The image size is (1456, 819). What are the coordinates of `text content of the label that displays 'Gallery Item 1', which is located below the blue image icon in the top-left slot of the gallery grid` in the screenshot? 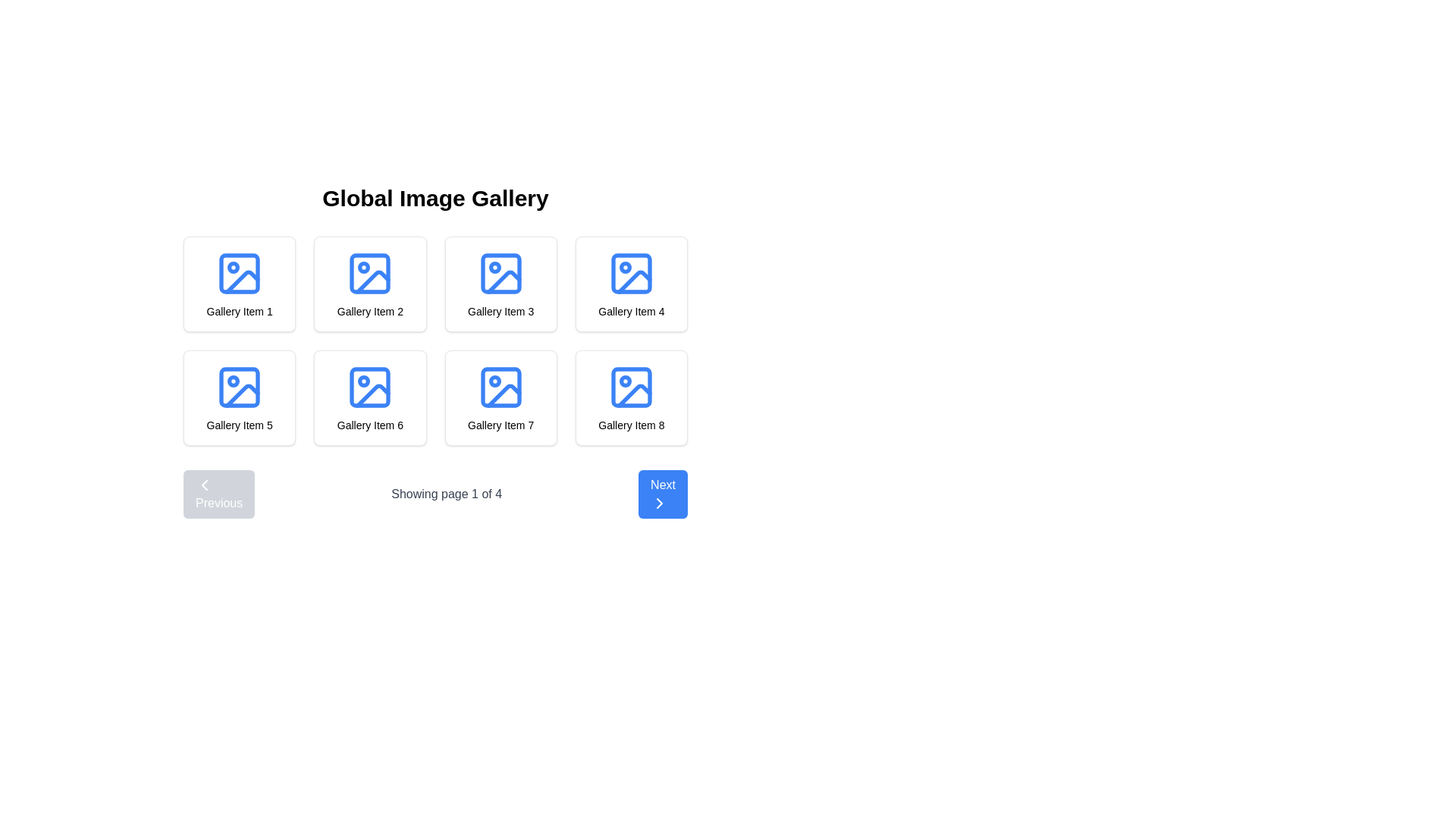 It's located at (239, 311).